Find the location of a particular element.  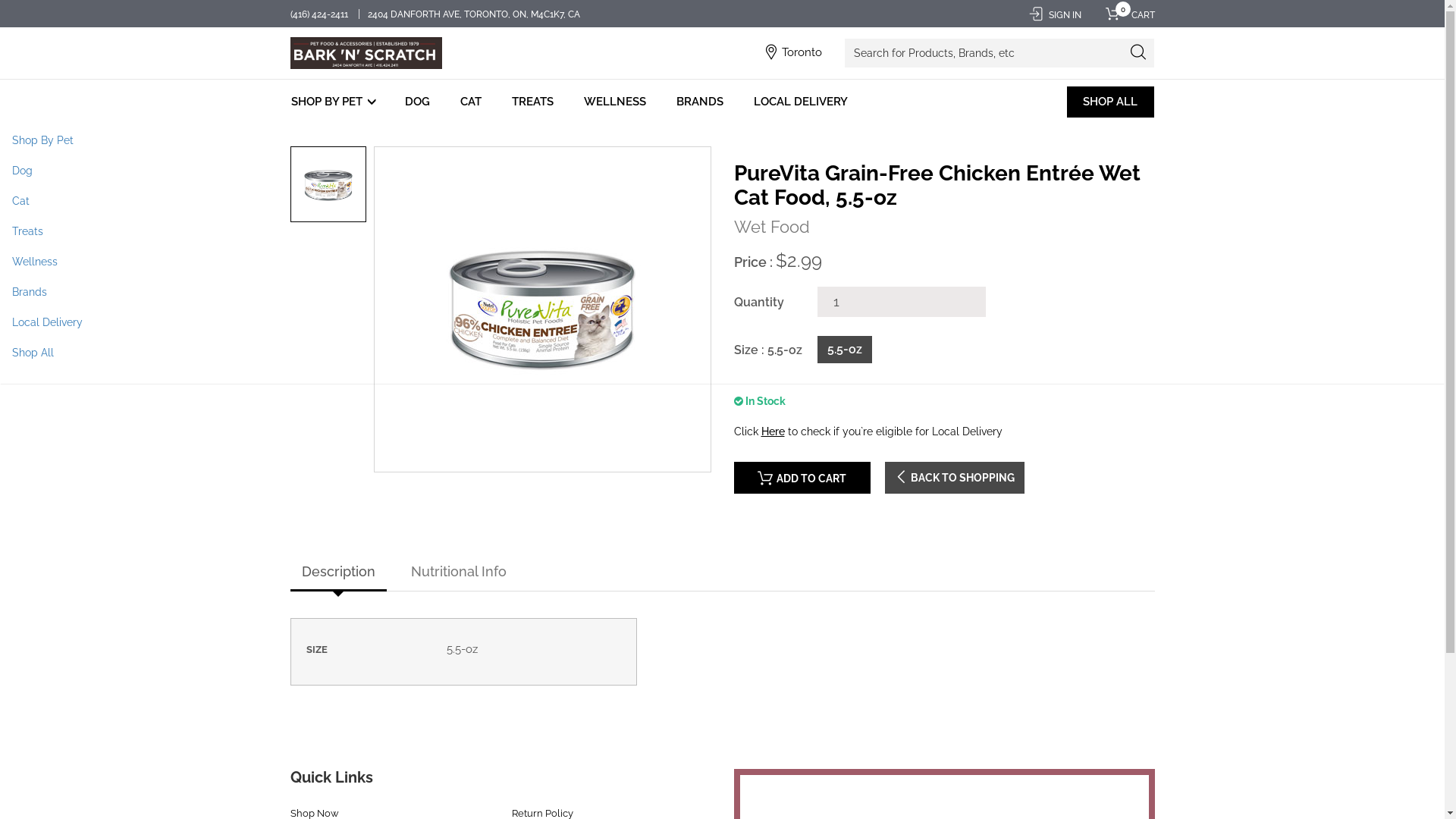

'2404 DANFORTH AVE, TORONTO, ON, M4C1K7, CA' is located at coordinates (473, 14).